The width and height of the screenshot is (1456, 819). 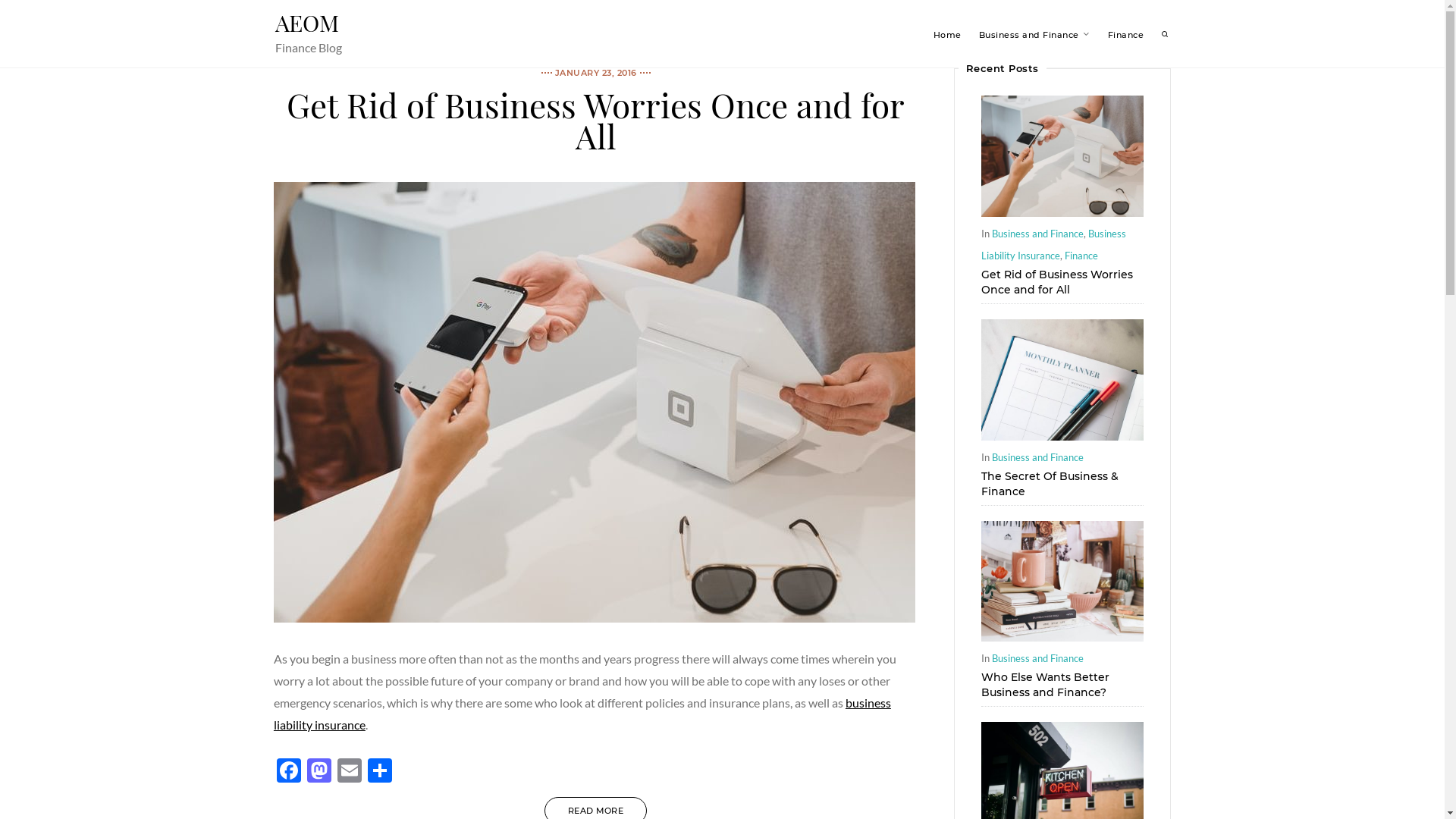 What do you see at coordinates (1062, 212) in the screenshot?
I see `'Get Rid of Business Worries Once and for All'` at bounding box center [1062, 212].